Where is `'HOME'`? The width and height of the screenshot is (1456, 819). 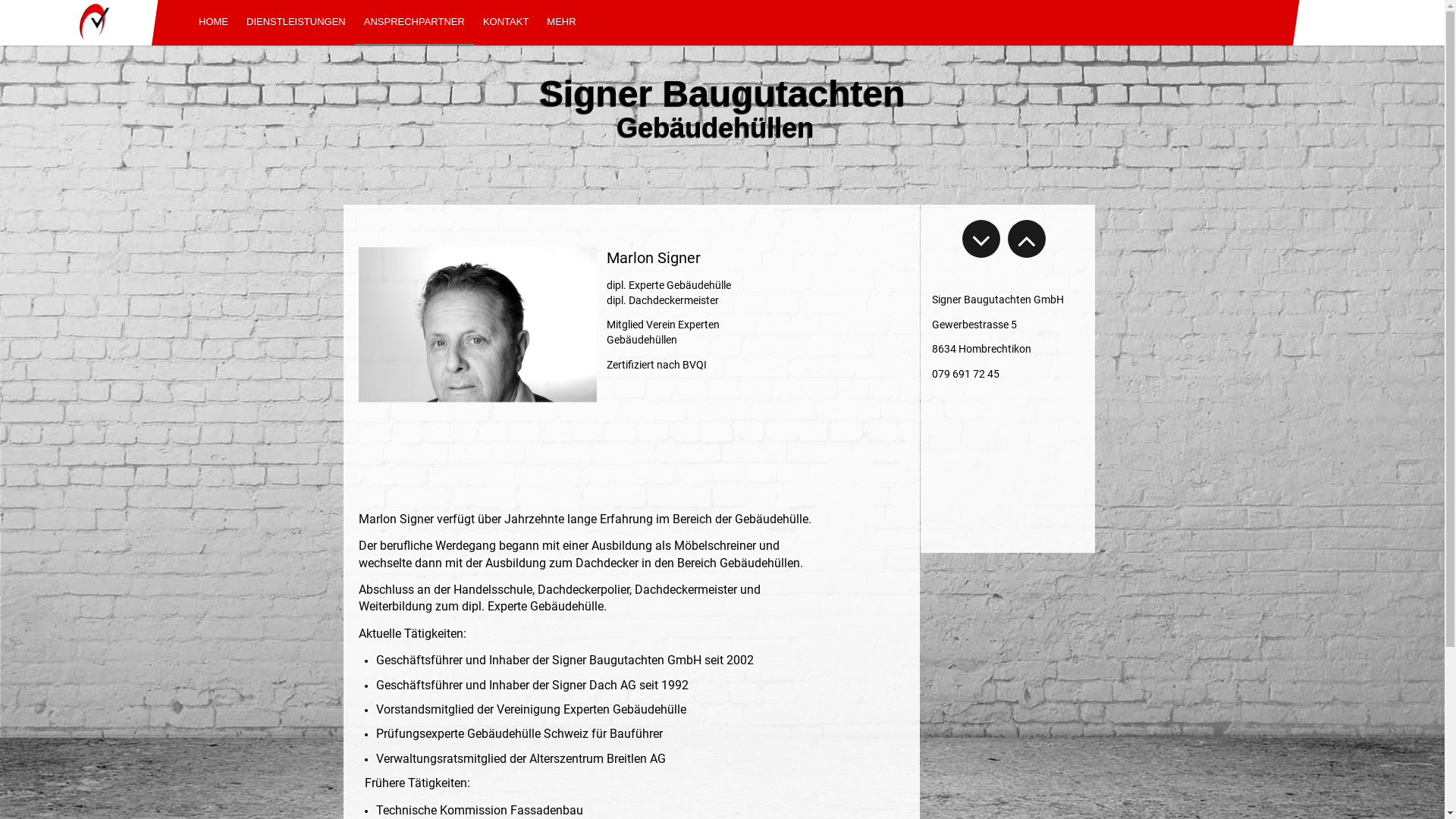
'HOME' is located at coordinates (212, 22).